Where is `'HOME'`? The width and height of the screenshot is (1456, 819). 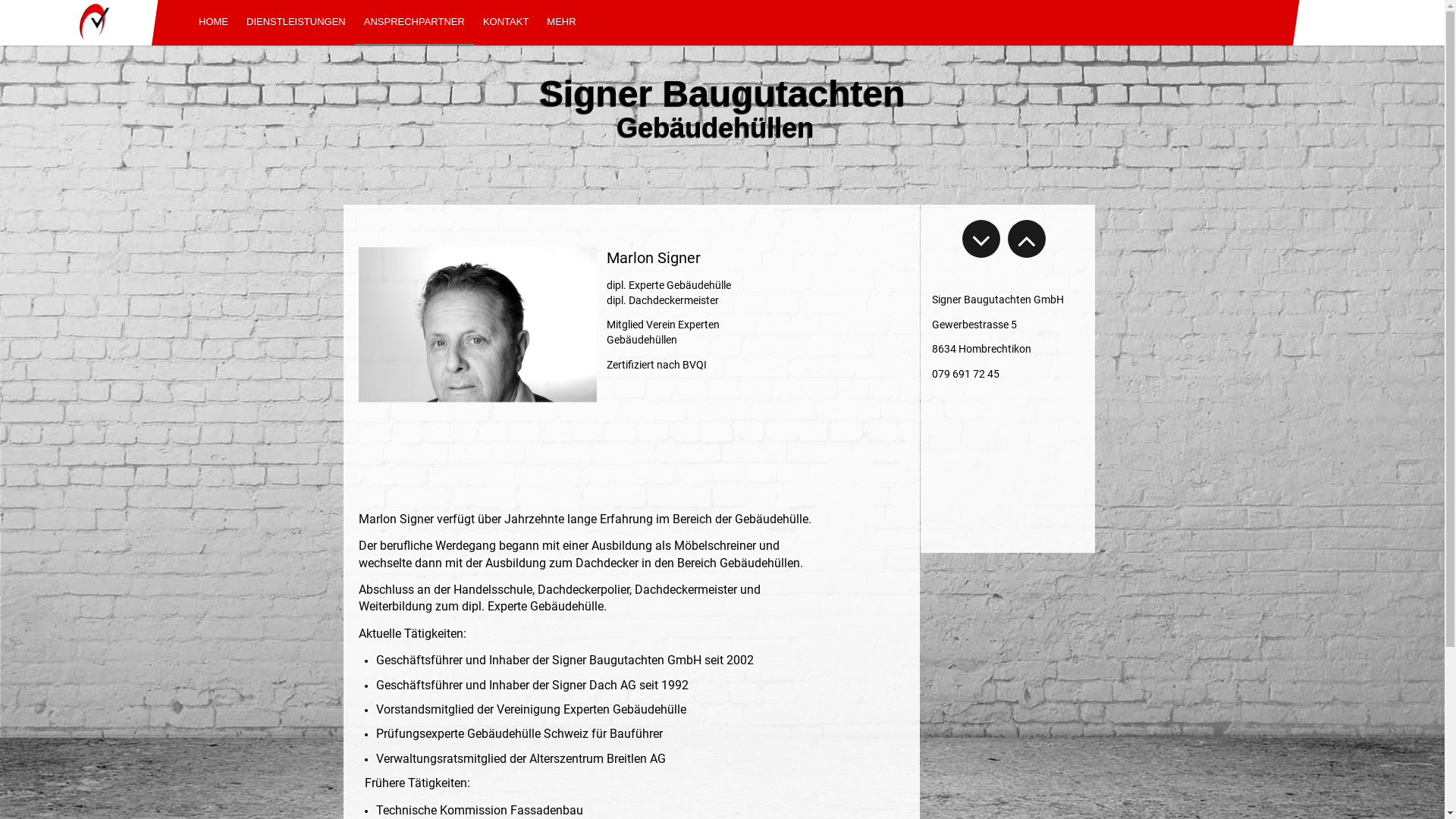
'HOME' is located at coordinates (212, 22).